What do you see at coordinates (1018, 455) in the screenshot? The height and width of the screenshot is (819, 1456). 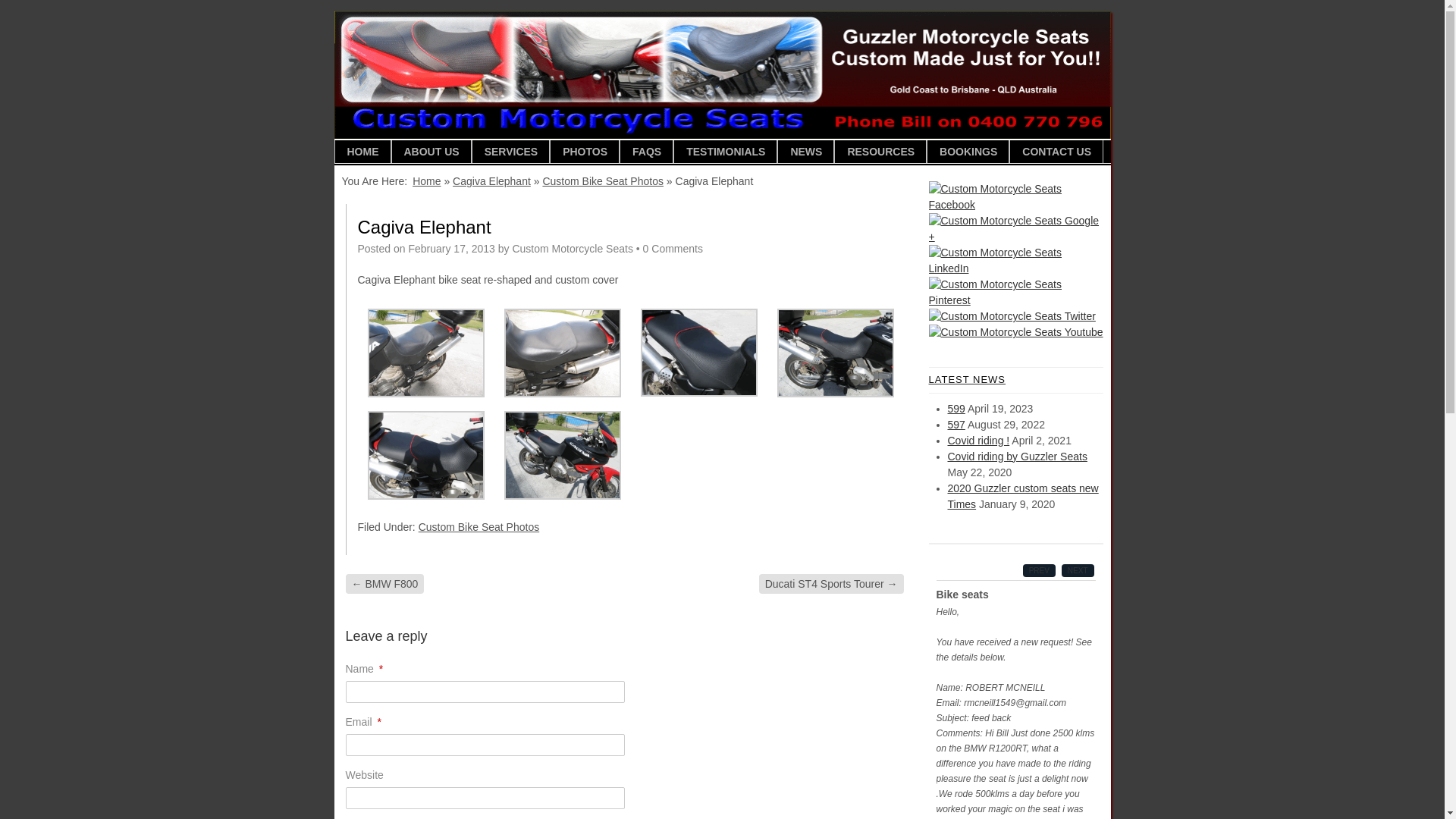 I see `'Covid riding by Guzzler Seats'` at bounding box center [1018, 455].